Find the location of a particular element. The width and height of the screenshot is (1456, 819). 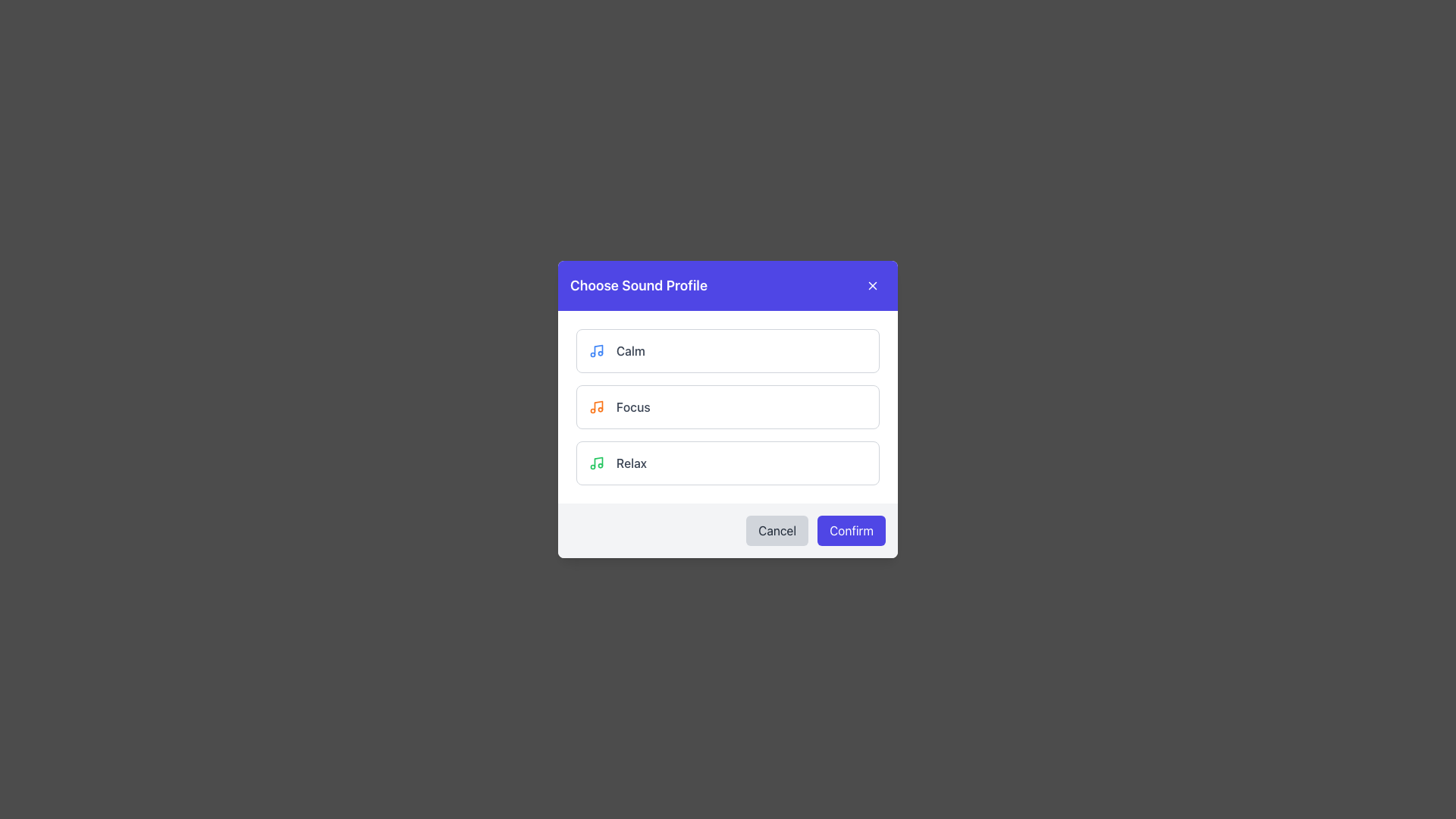

text content of the 'Calm' label, which is displayed in medium gray font and positioned to the right of a blue music icon within a white rounded rectangular block is located at coordinates (630, 350).